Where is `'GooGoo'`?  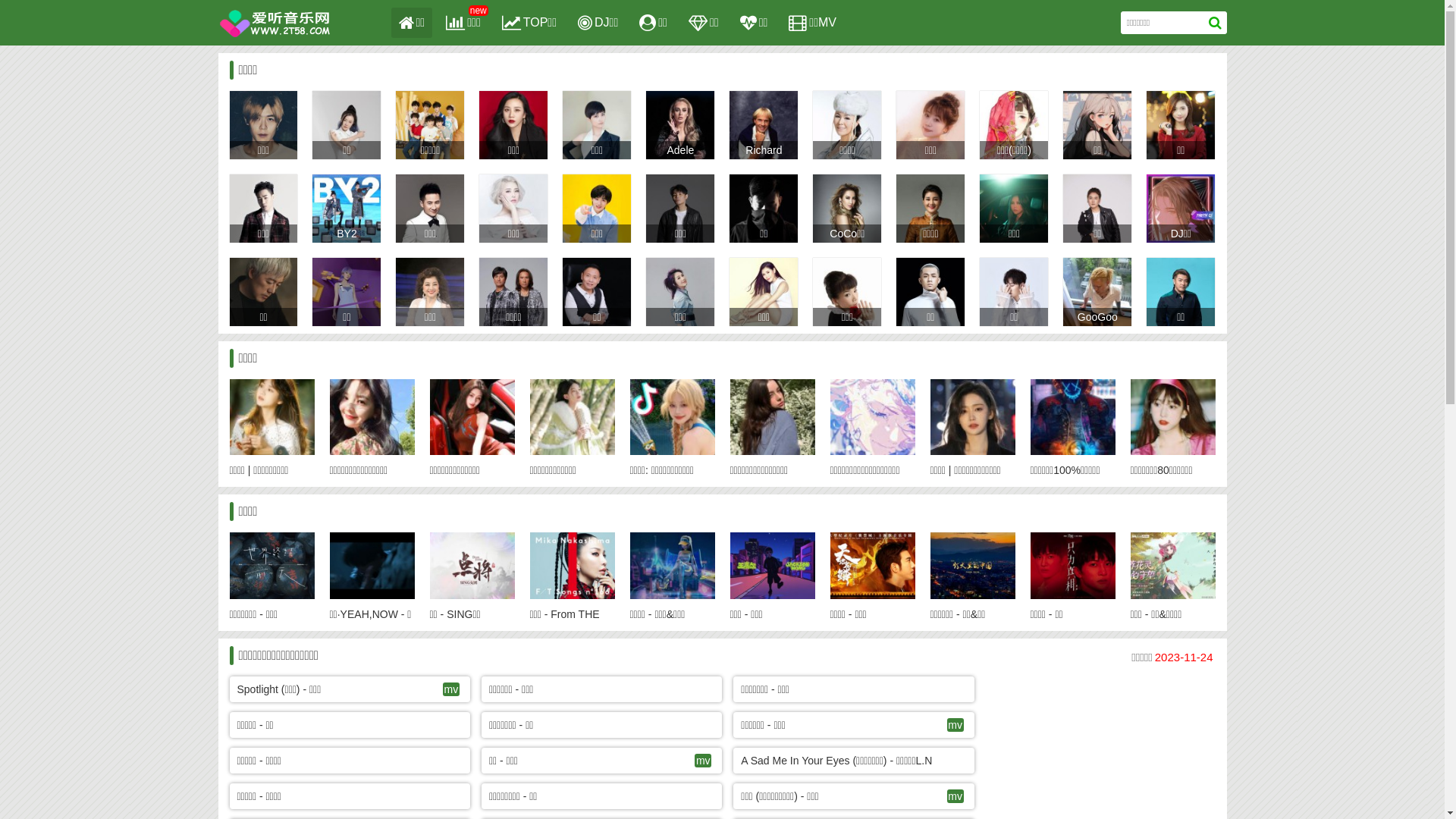 'GooGoo' is located at coordinates (1076, 315).